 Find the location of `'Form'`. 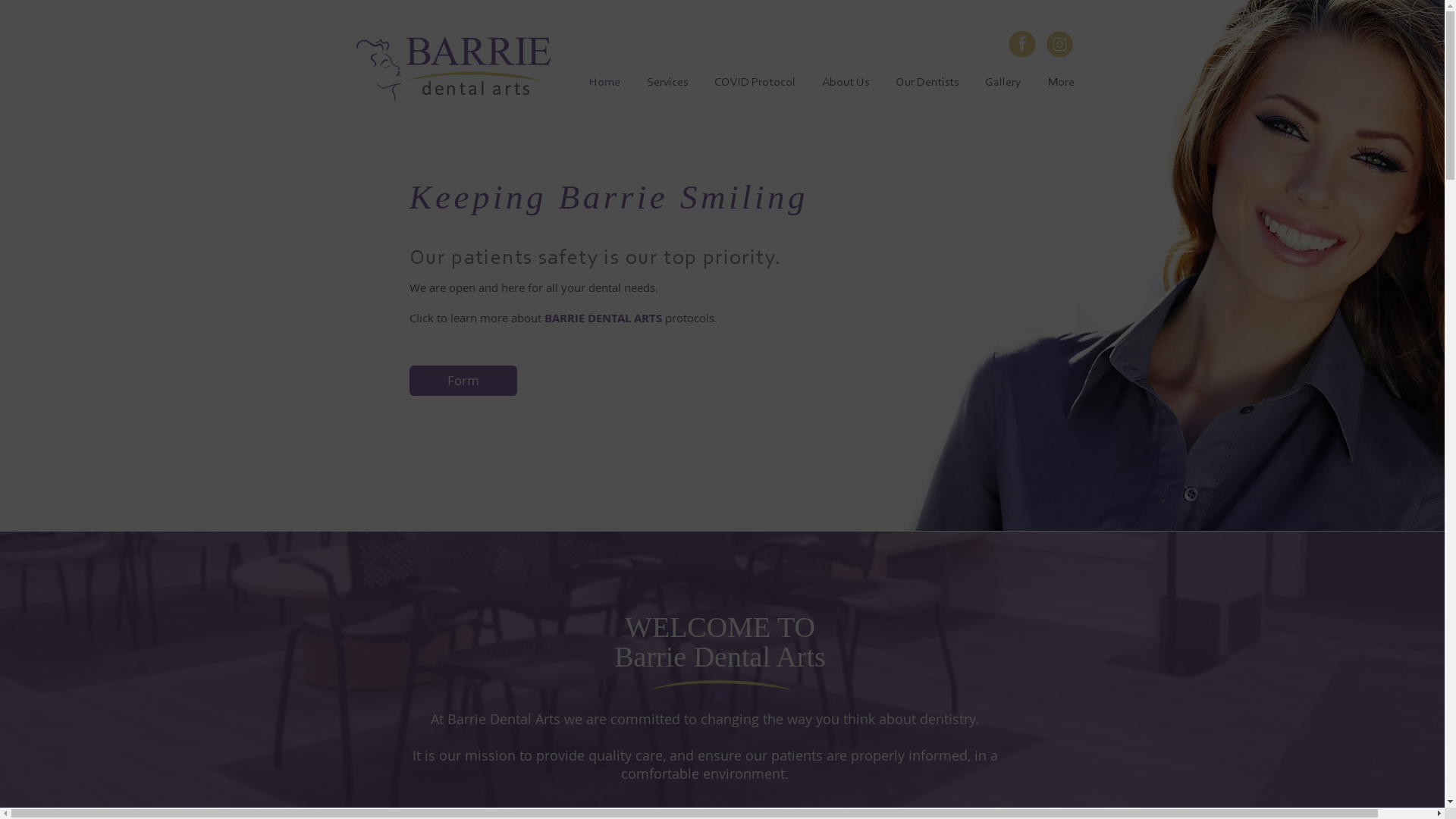

'Form' is located at coordinates (462, 379).